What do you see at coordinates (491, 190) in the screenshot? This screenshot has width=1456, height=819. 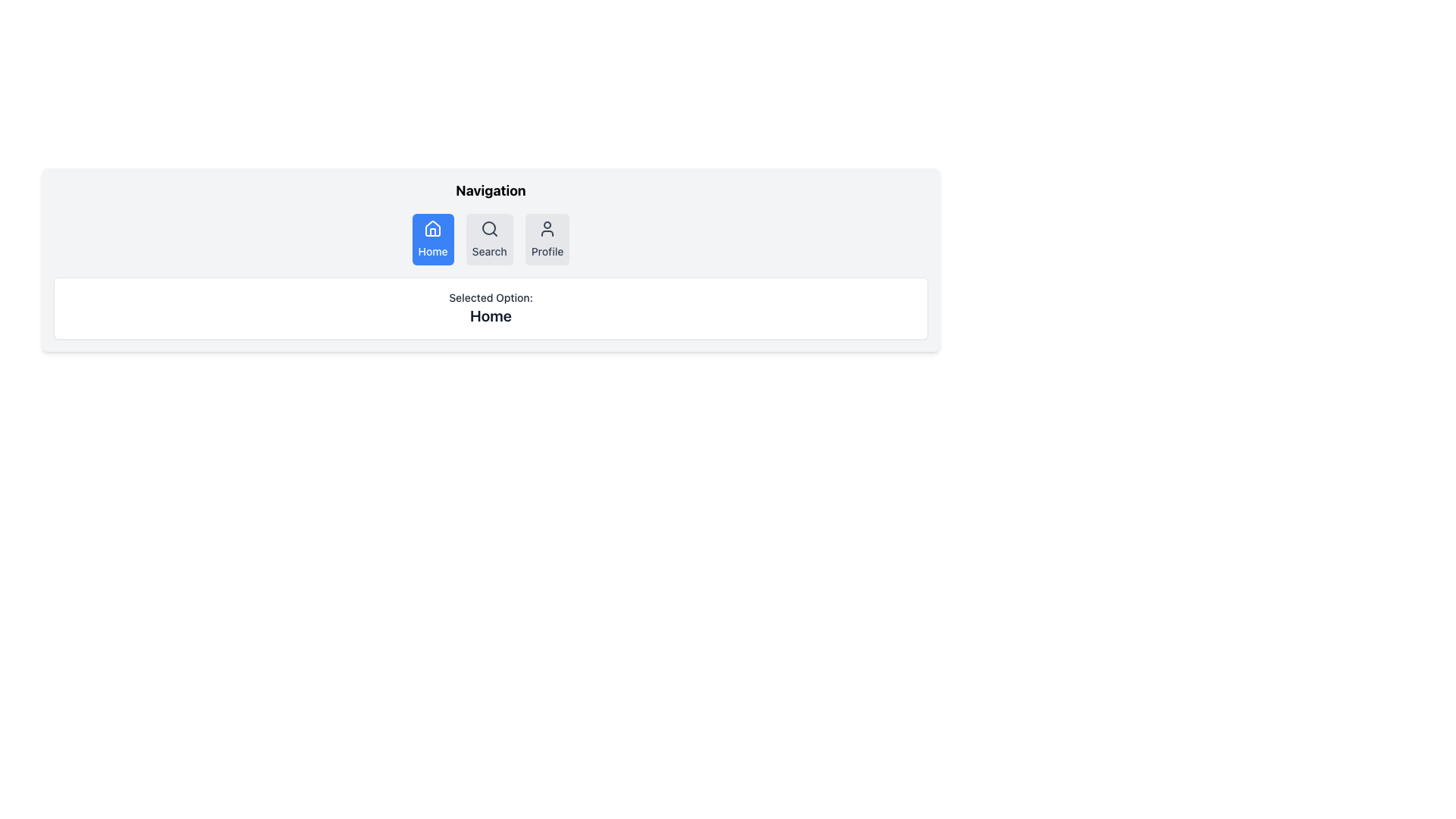 I see `the title text element that serves as the header for the navigation section, located above the navigation buttons and centered horizontally` at bounding box center [491, 190].